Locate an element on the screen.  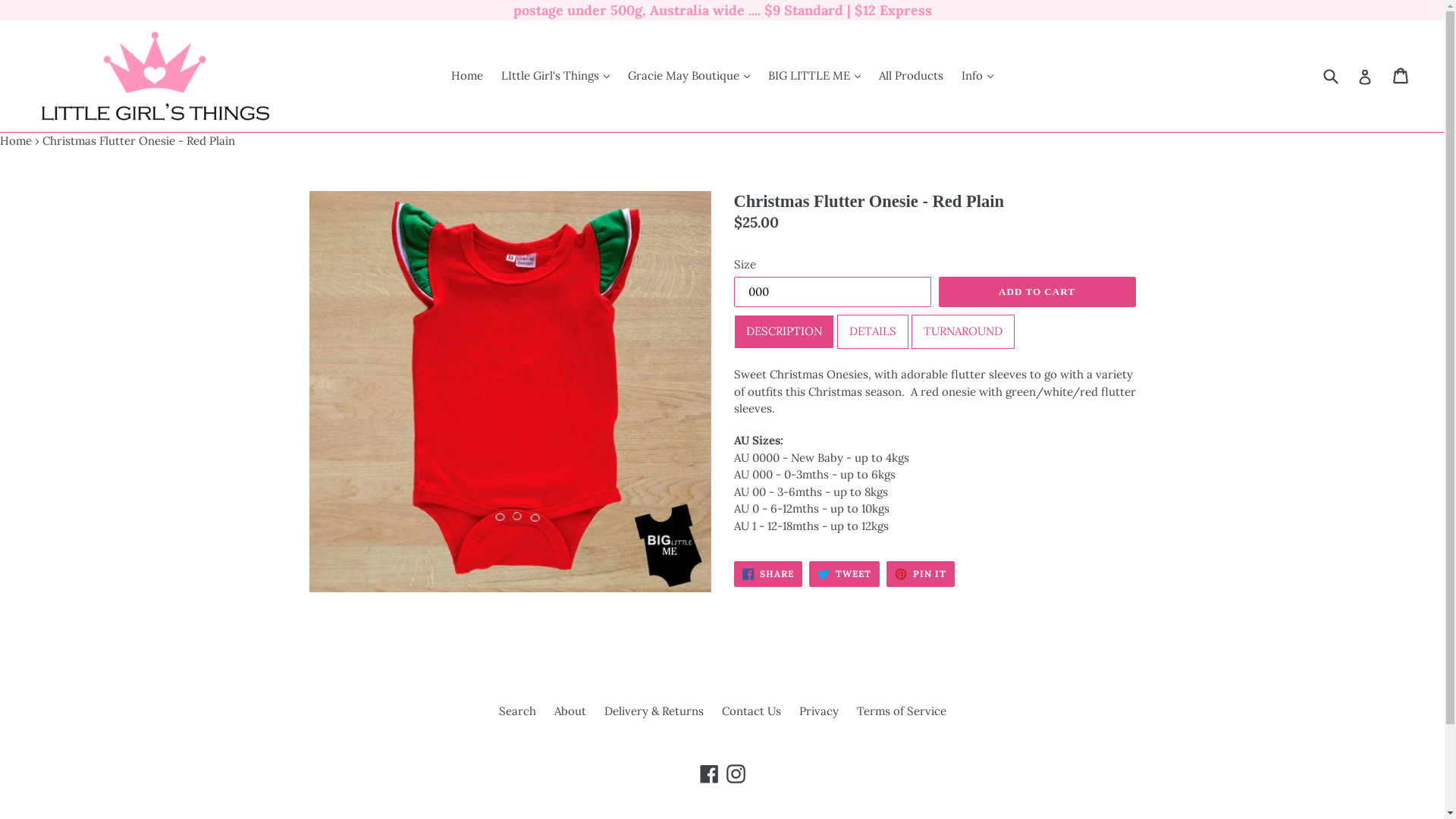
'PIN IT is located at coordinates (886, 573).